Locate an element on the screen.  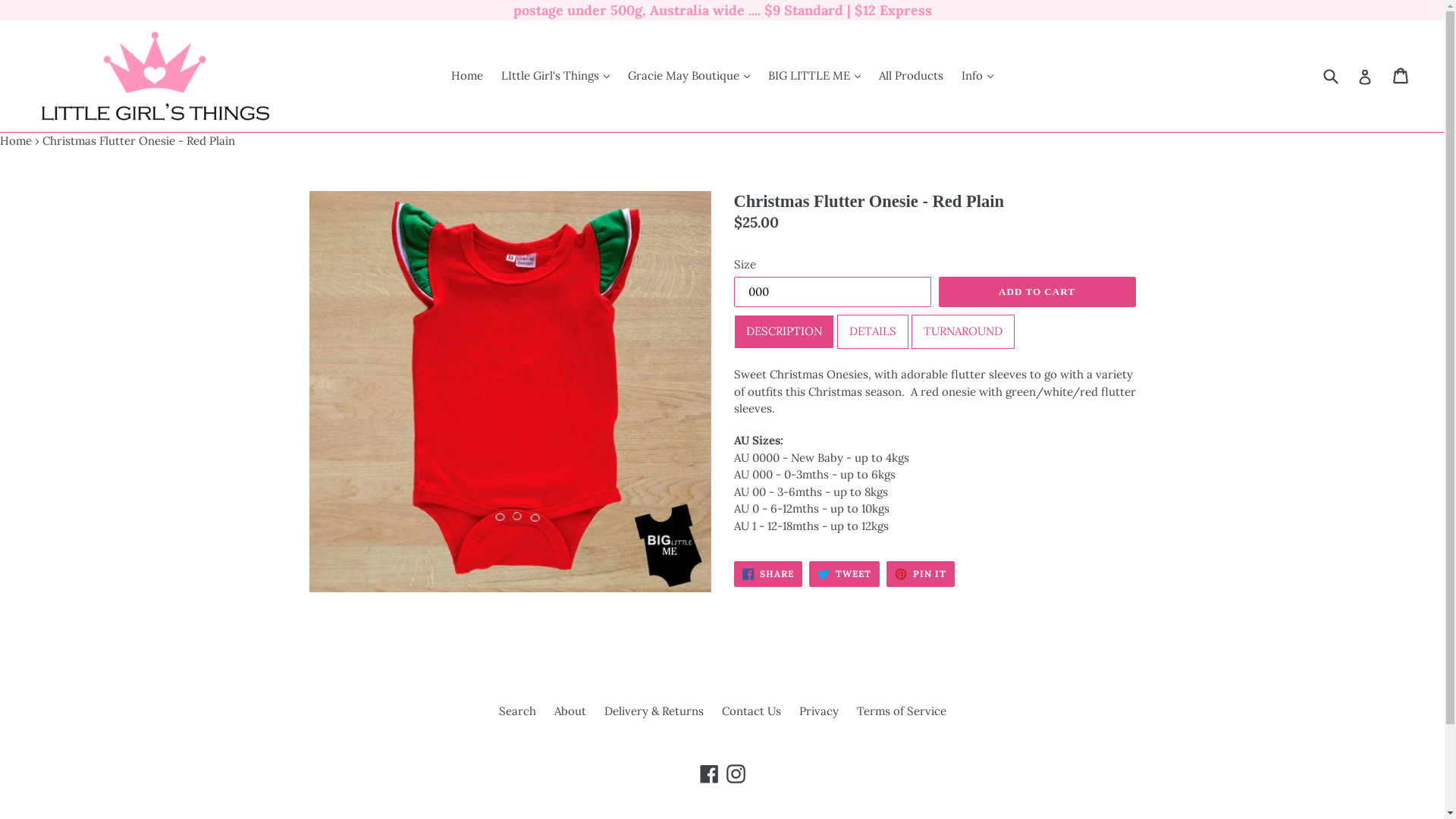
'PIN IT is located at coordinates (886, 573).